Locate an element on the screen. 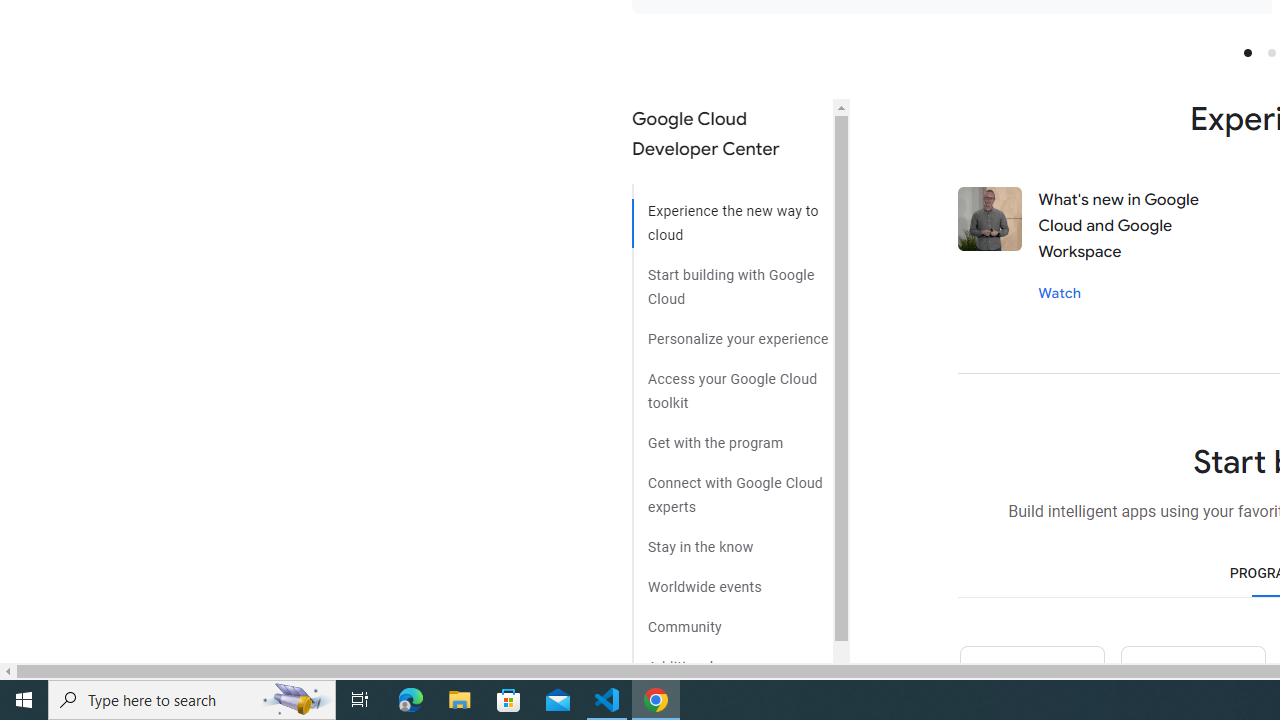 This screenshot has height=720, width=1280. 'Worldwide events' is located at coordinates (731, 579).